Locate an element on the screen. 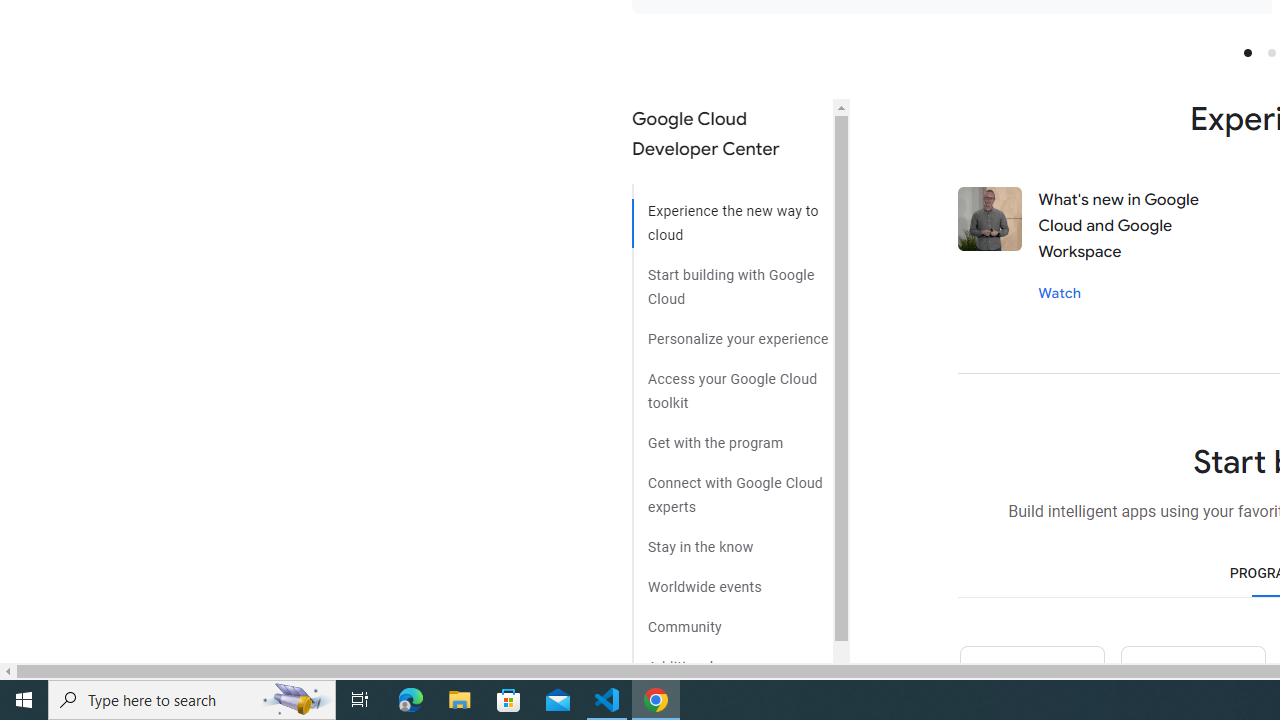 This screenshot has height=720, width=1280. 'Worldwide events' is located at coordinates (731, 579).